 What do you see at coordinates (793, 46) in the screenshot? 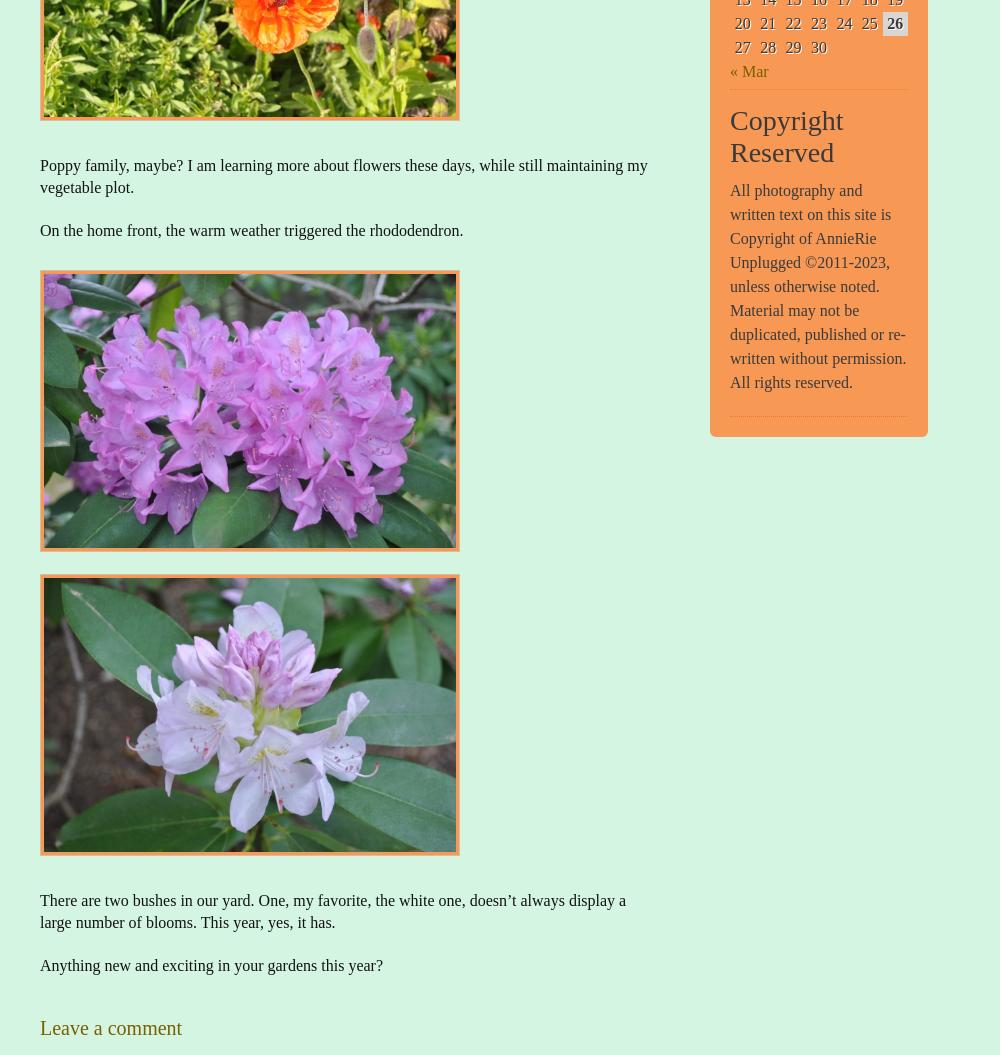
I see `'29'` at bounding box center [793, 46].